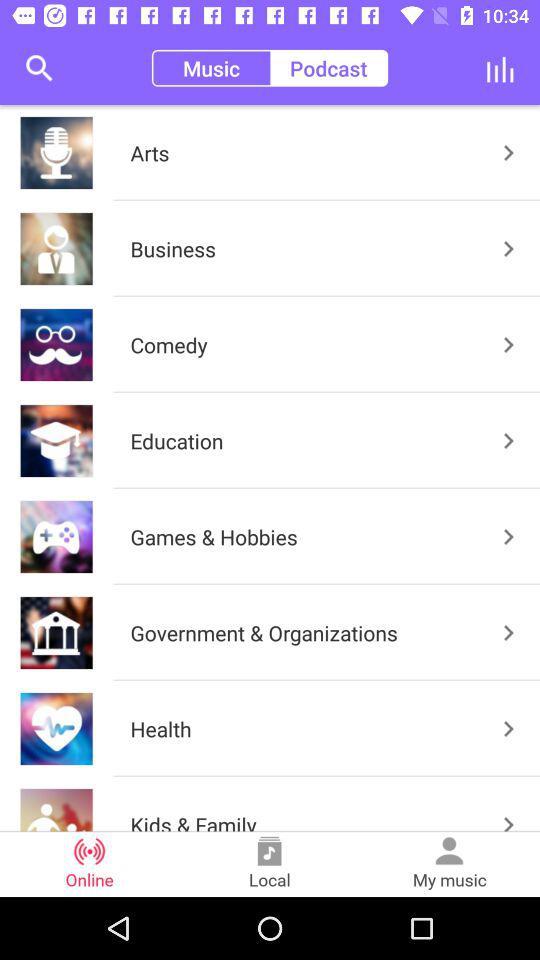 The height and width of the screenshot is (960, 540). I want to click on the item next to the local, so click(89, 863).